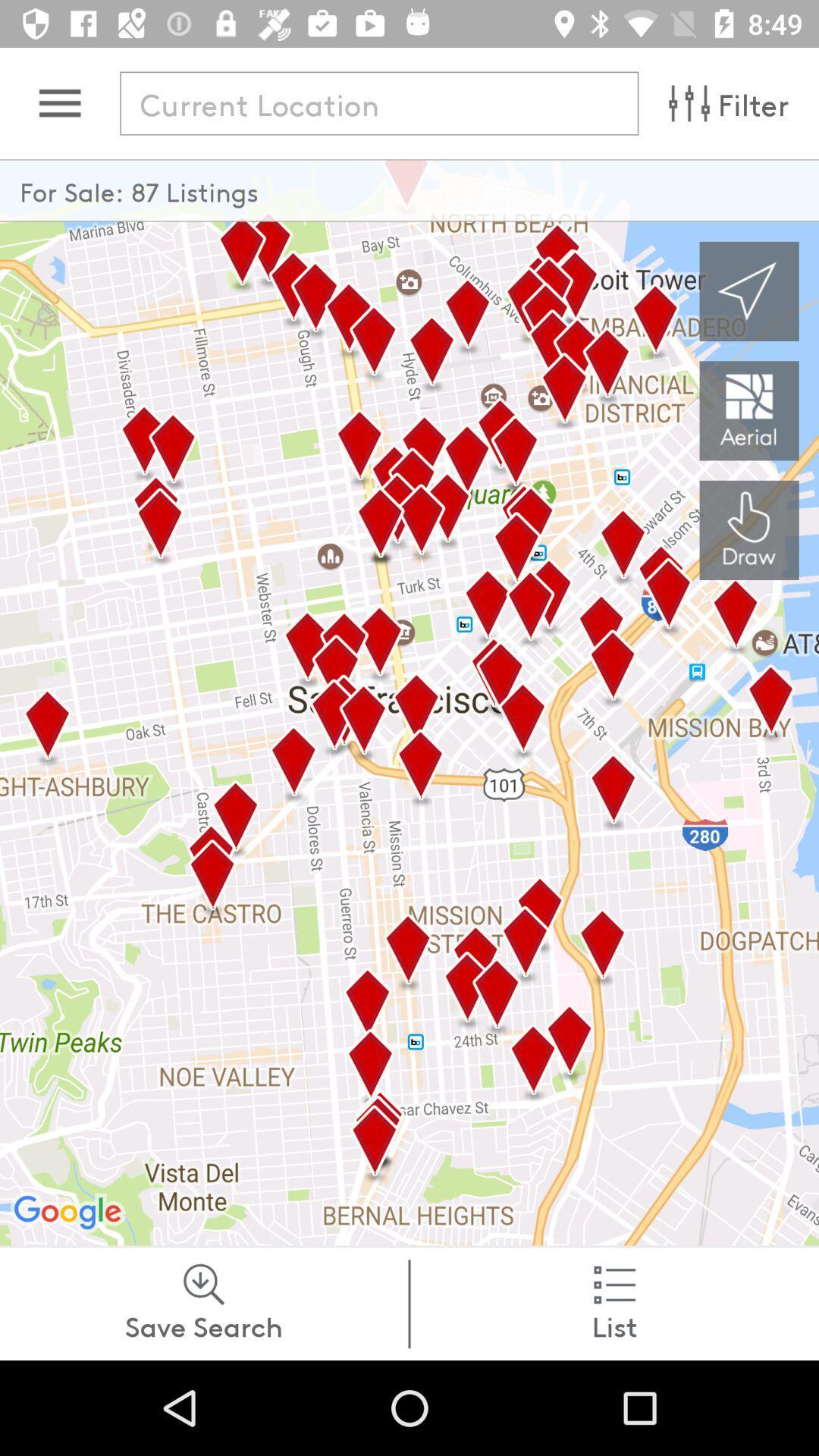 This screenshot has width=819, height=1456. Describe the element at coordinates (614, 1303) in the screenshot. I see `list at the bottom right corner` at that location.